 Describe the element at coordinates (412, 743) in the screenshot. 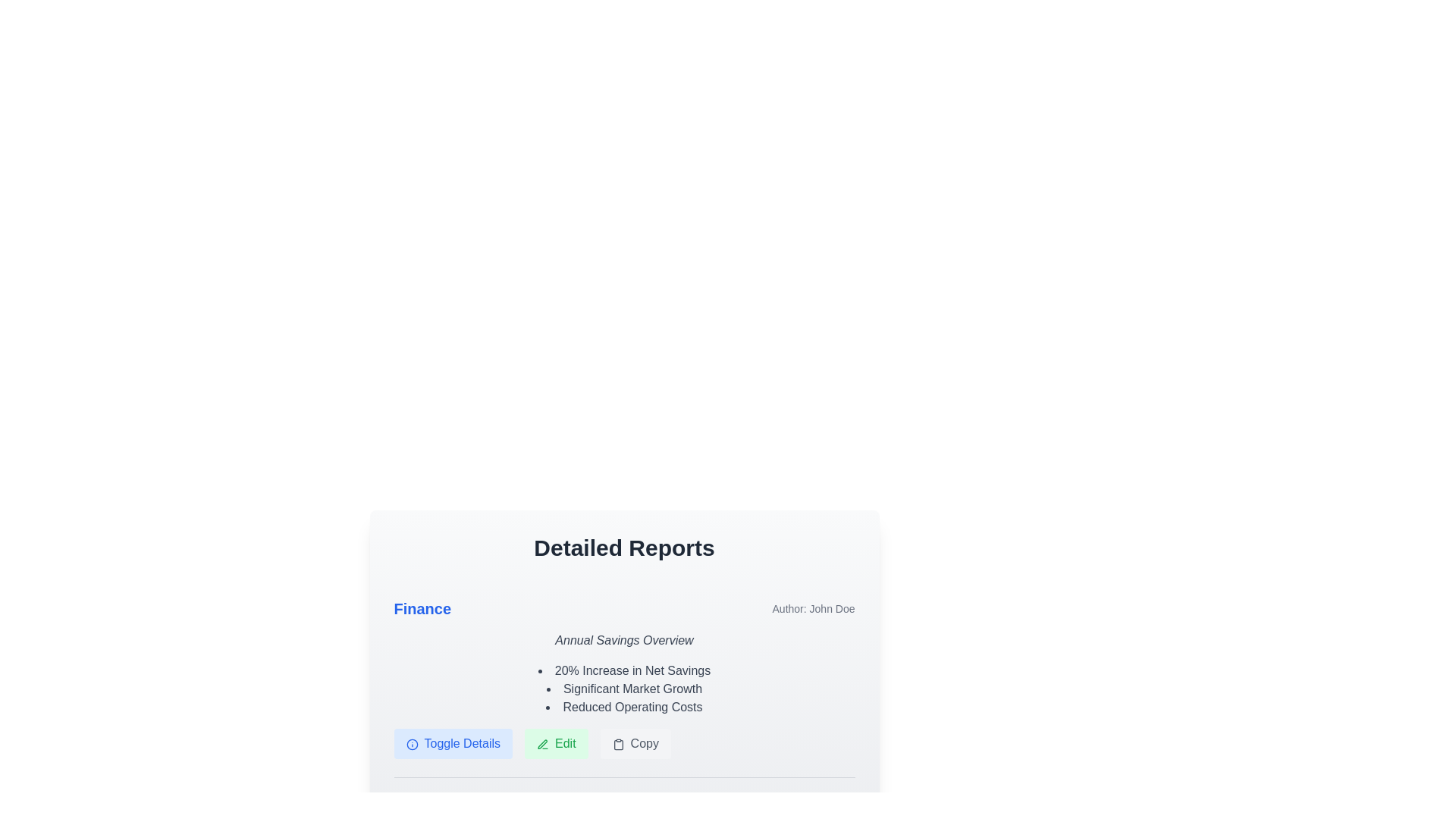

I see `the 'info' icon within the 'Toggle Details' button, which is styled with a circular border and a letter 'i' inside, located prominently on the left side of the button group beneath the 'Detailed Reports' section` at that location.